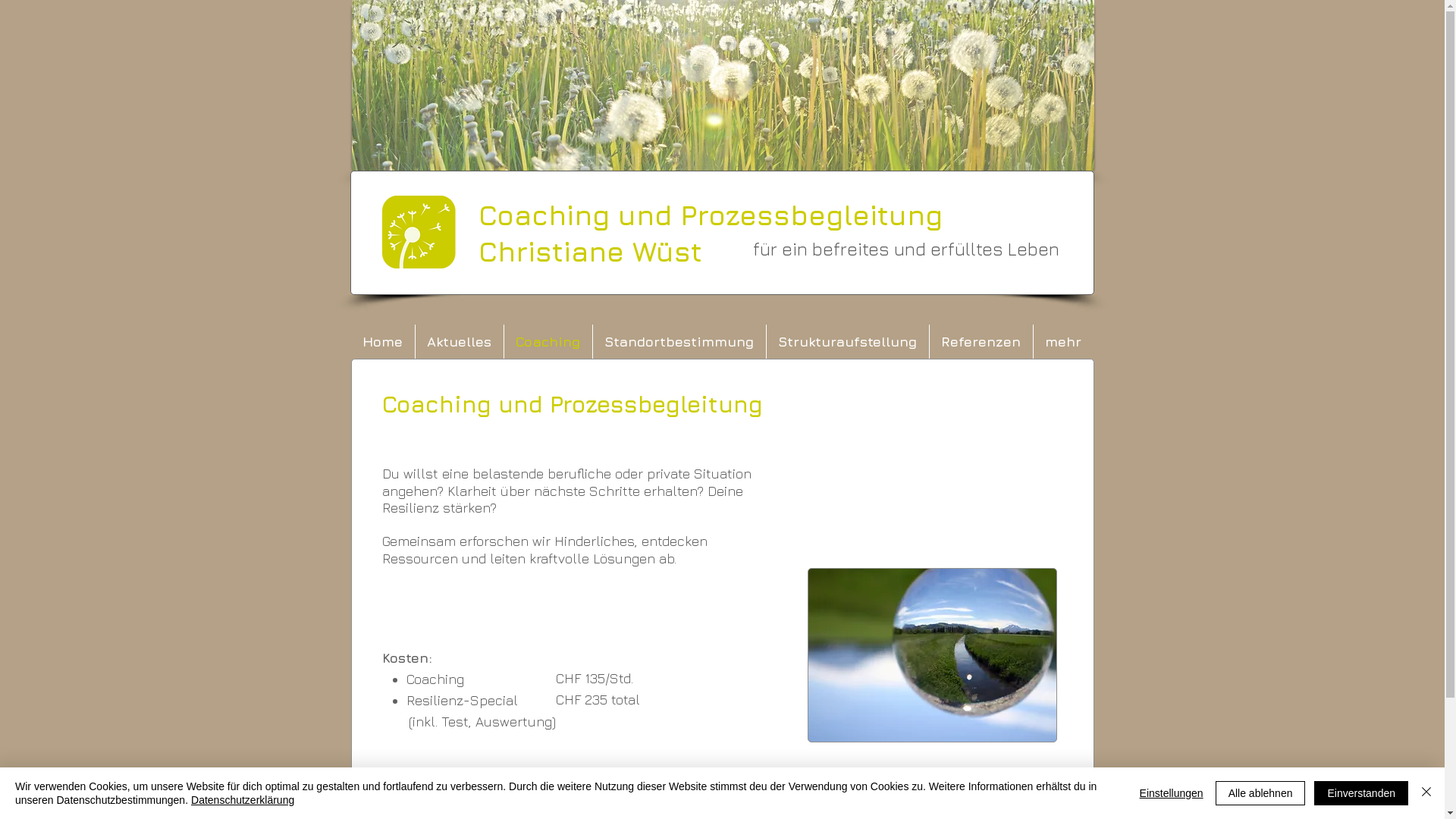  I want to click on 'Coaching', so click(546, 341).